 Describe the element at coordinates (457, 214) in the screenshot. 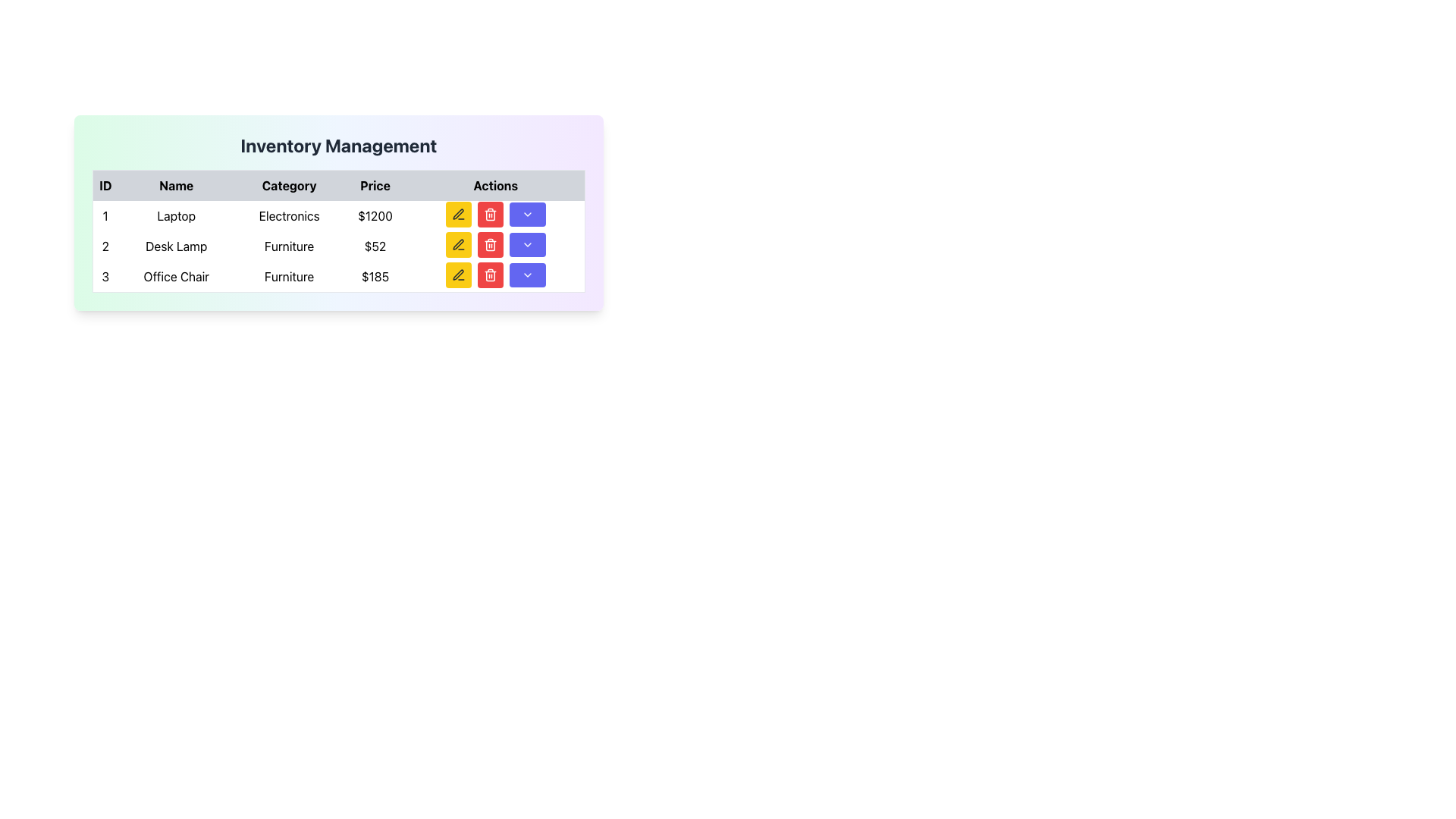

I see `the edit button icon located in the first column of the 'Actions' section for the first row entry ('Laptop')` at that location.